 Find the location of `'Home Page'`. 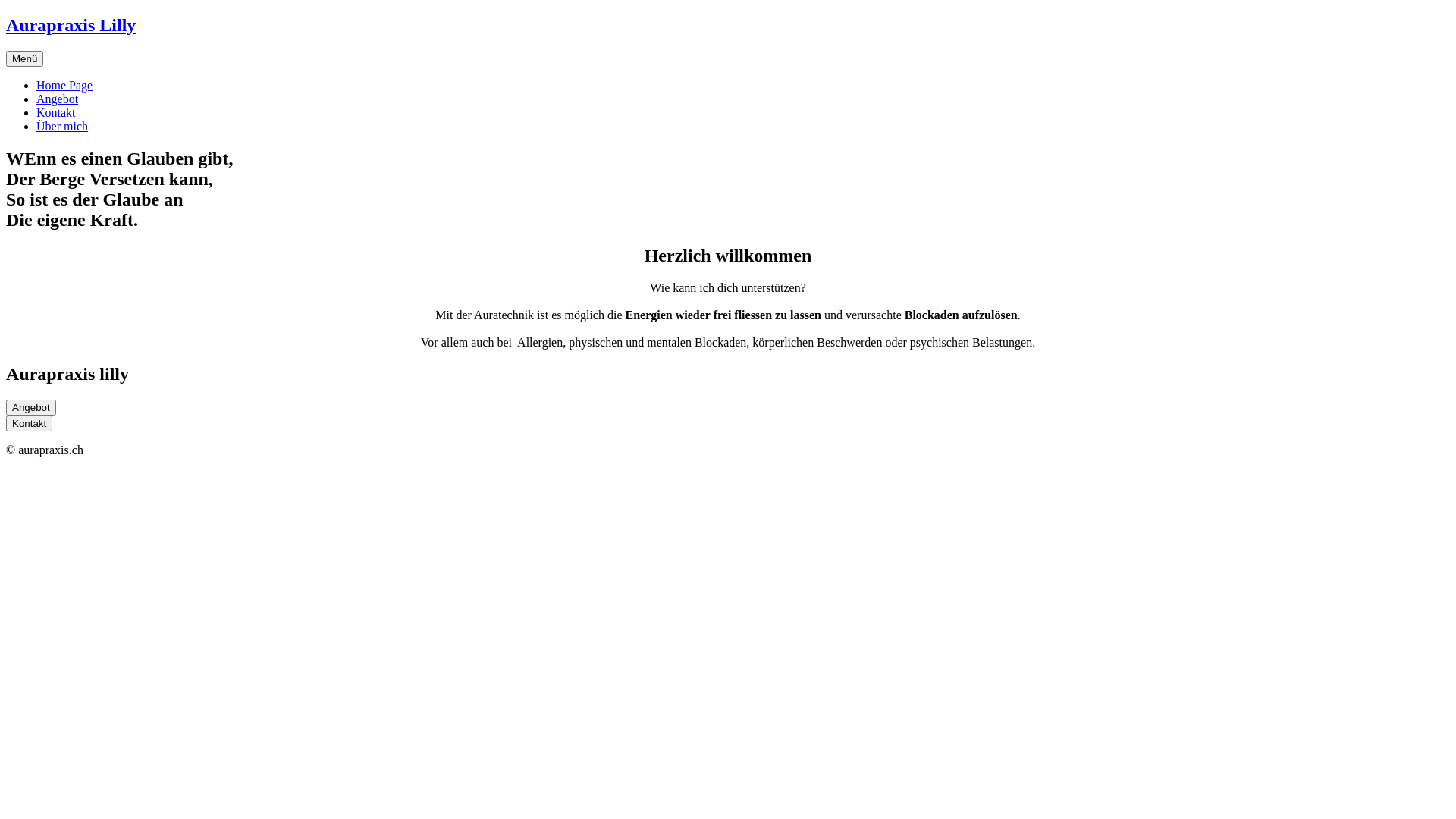

'Home Page' is located at coordinates (64, 85).